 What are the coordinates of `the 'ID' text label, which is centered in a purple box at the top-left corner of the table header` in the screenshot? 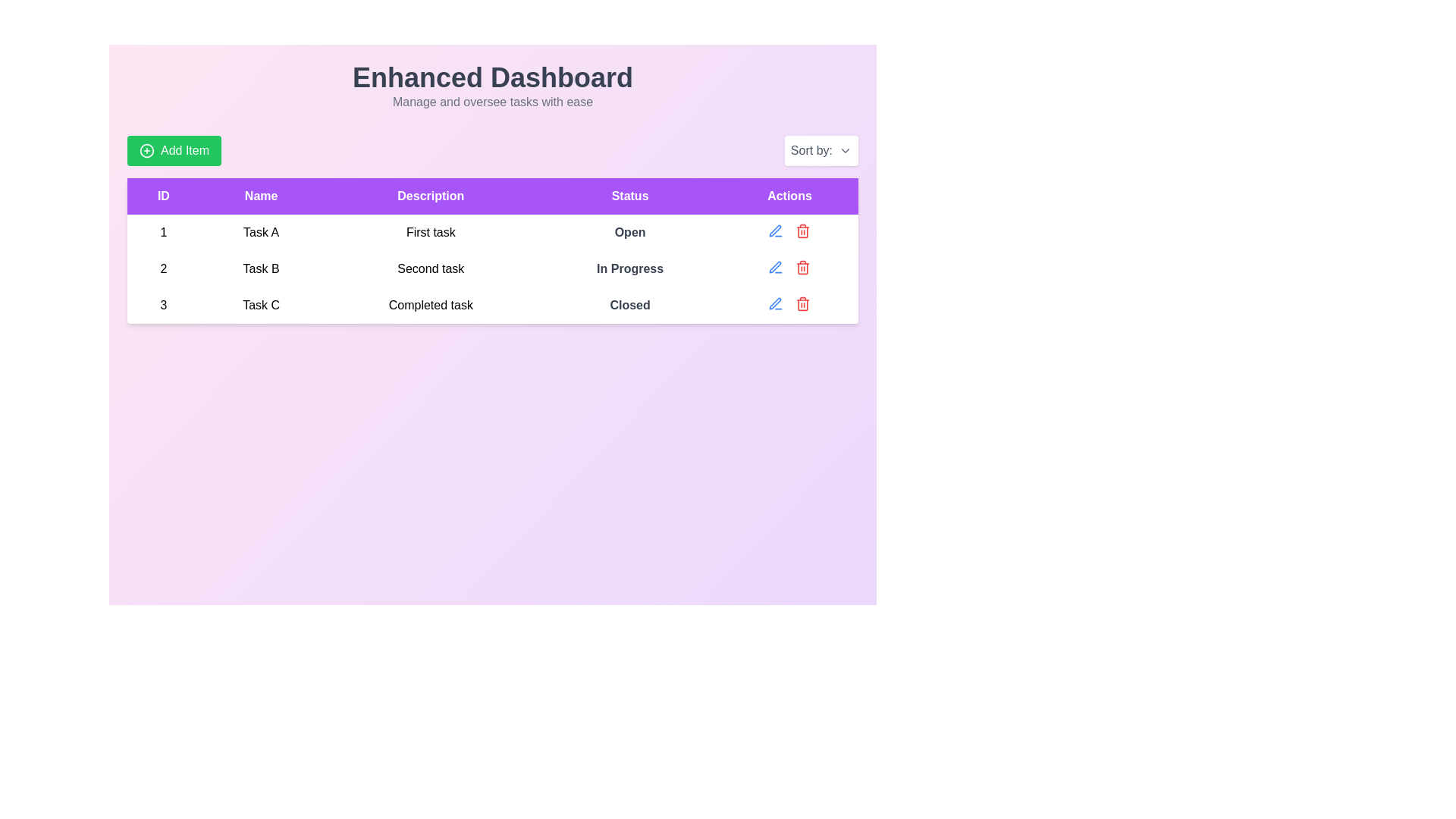 It's located at (164, 195).